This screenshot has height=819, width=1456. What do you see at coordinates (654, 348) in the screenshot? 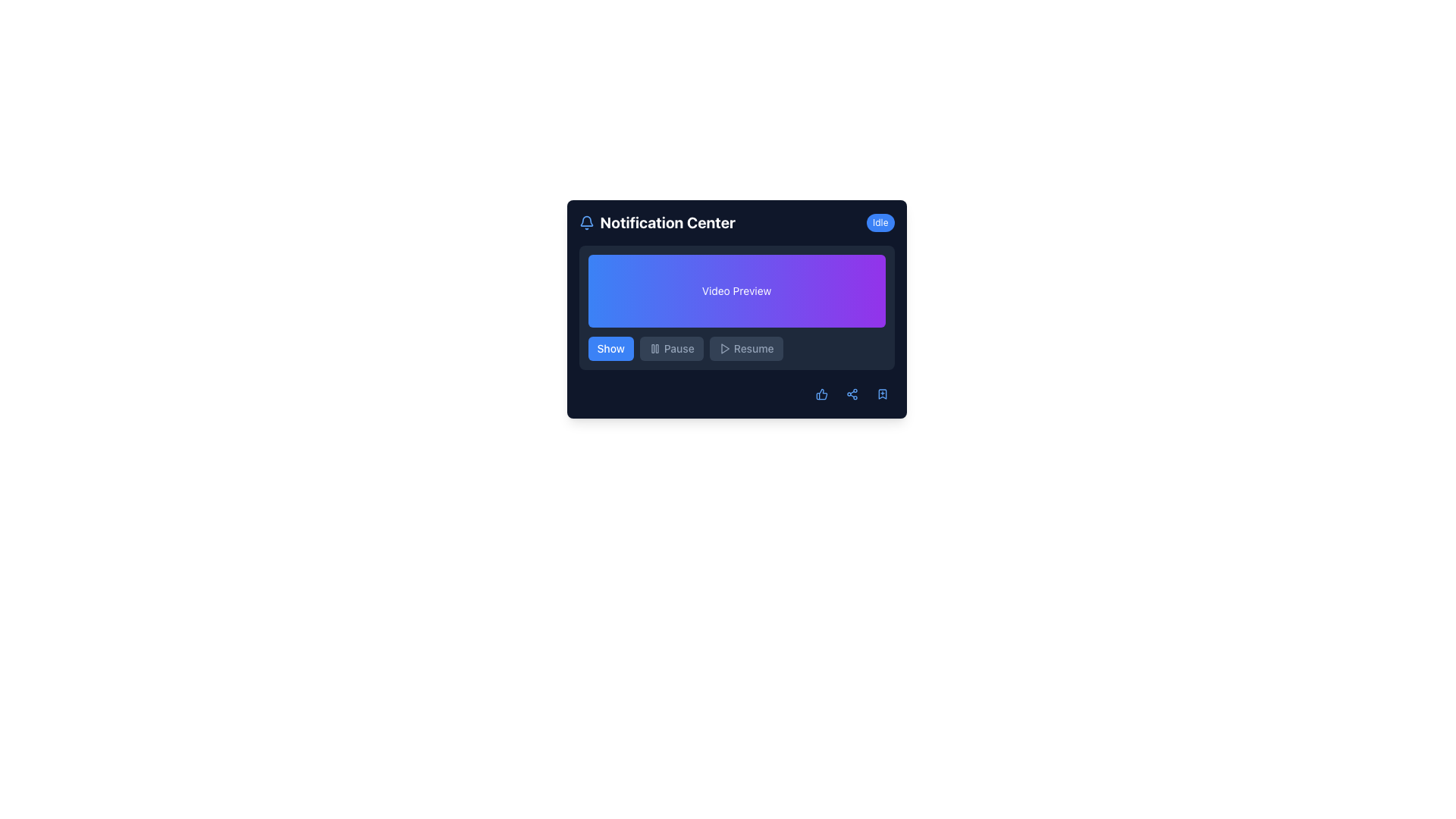
I see `the 'pause' icon, which consists of two vertical bars and is located above the 'Pause' text in the bottom bar of the interface` at bounding box center [654, 348].